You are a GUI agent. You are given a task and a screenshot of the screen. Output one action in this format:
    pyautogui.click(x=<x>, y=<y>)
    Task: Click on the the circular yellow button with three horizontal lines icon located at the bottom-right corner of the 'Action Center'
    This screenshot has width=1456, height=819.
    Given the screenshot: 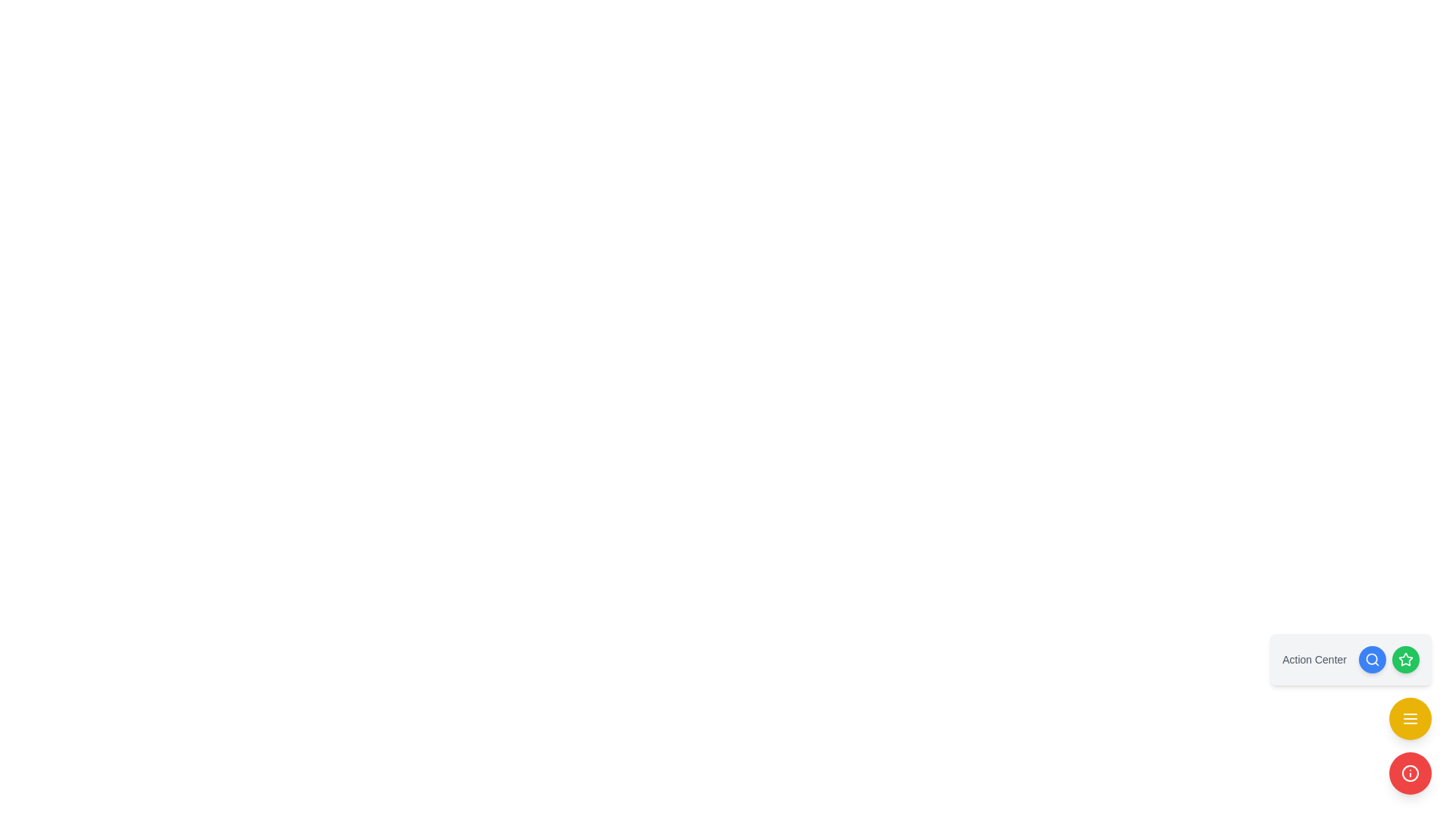 What is the action you would take?
    pyautogui.click(x=1410, y=718)
    